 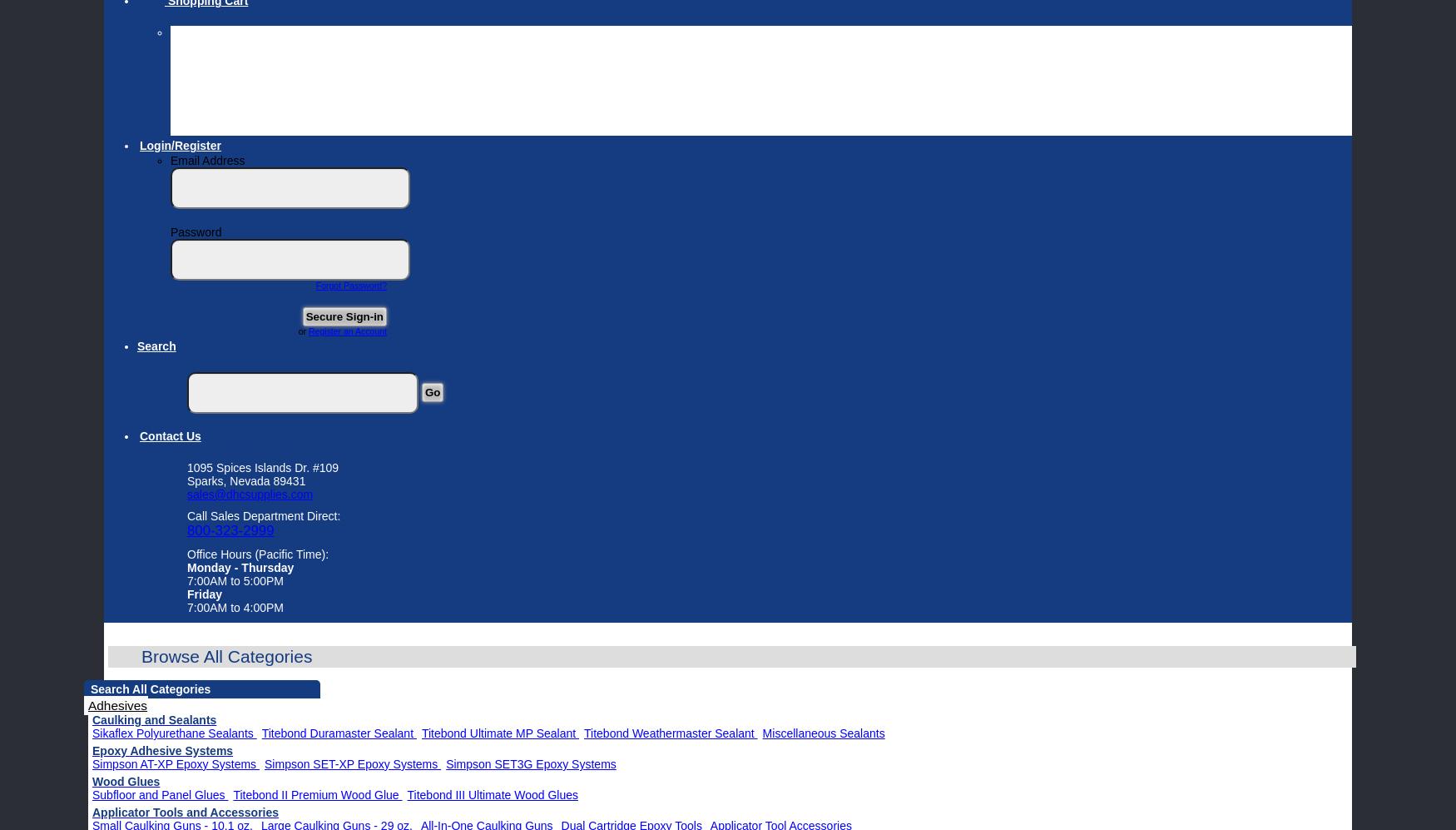 I want to click on '7:00AM to 4:00PM', so click(x=187, y=608).